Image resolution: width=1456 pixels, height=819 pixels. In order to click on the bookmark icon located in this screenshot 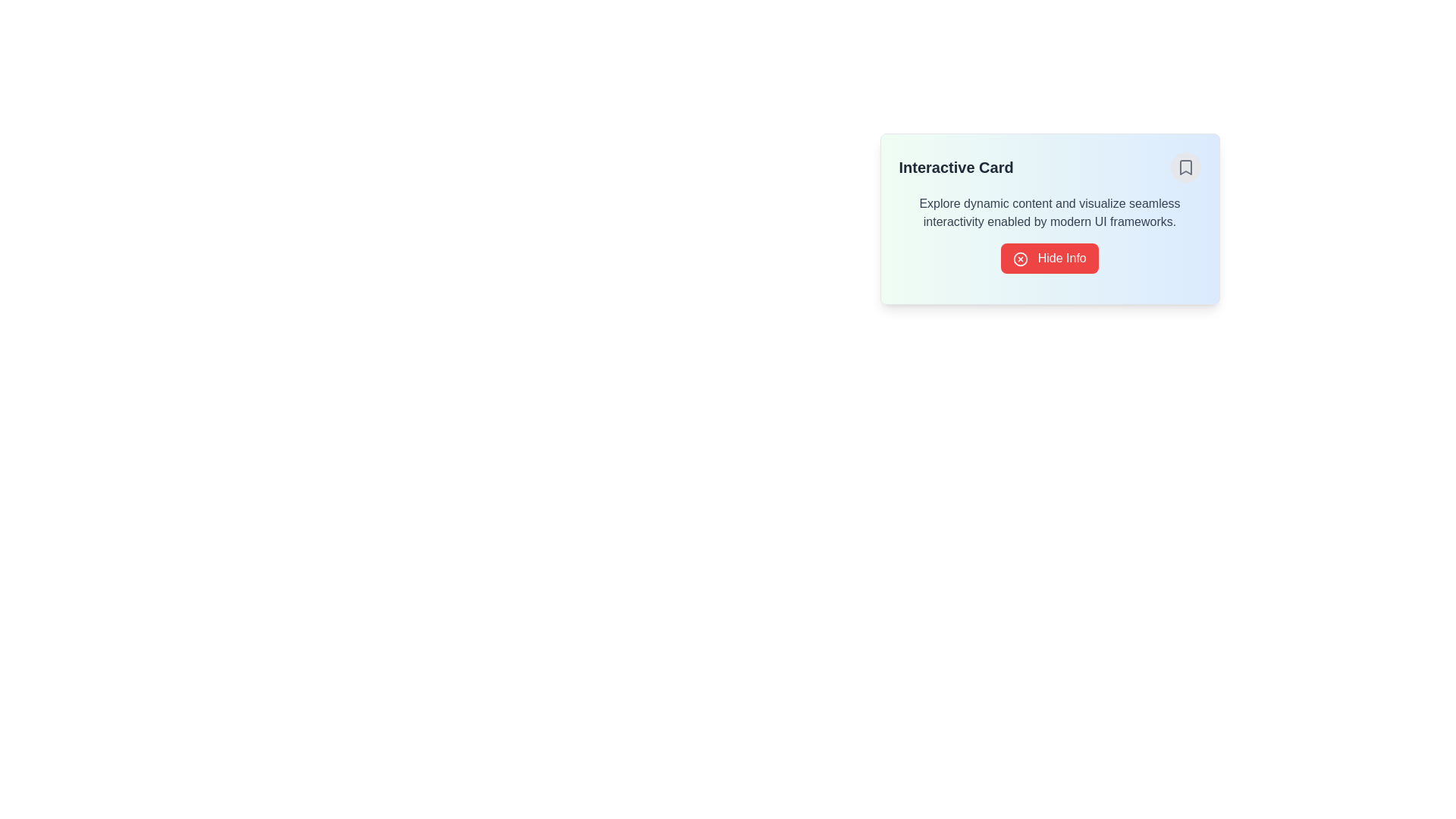, I will do `click(1185, 167)`.